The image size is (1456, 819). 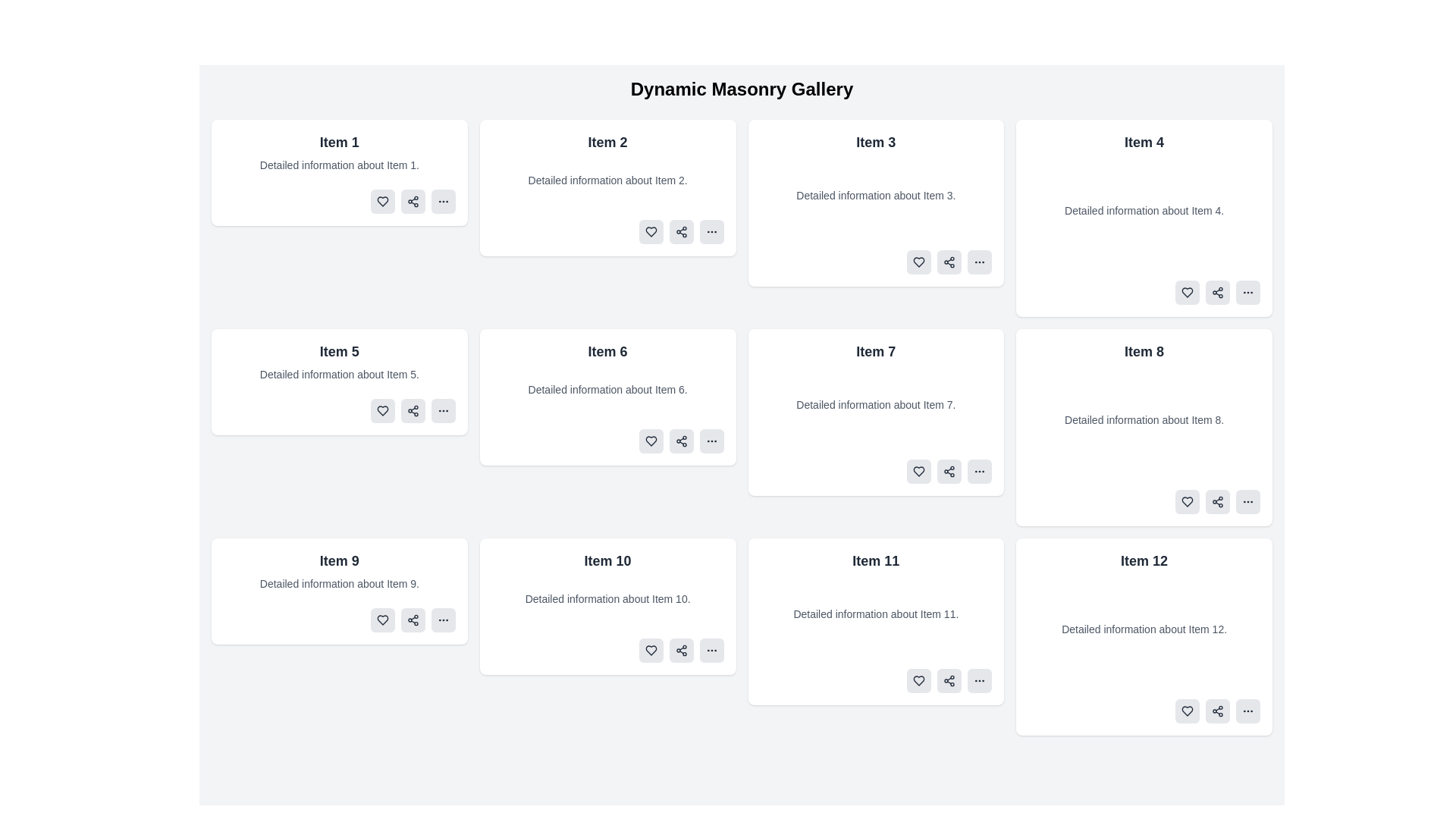 What do you see at coordinates (918, 262) in the screenshot?
I see `the heart-shaped icon representing the 'like' action located at the bottom-right corner of the panel for 'Item 3'` at bounding box center [918, 262].